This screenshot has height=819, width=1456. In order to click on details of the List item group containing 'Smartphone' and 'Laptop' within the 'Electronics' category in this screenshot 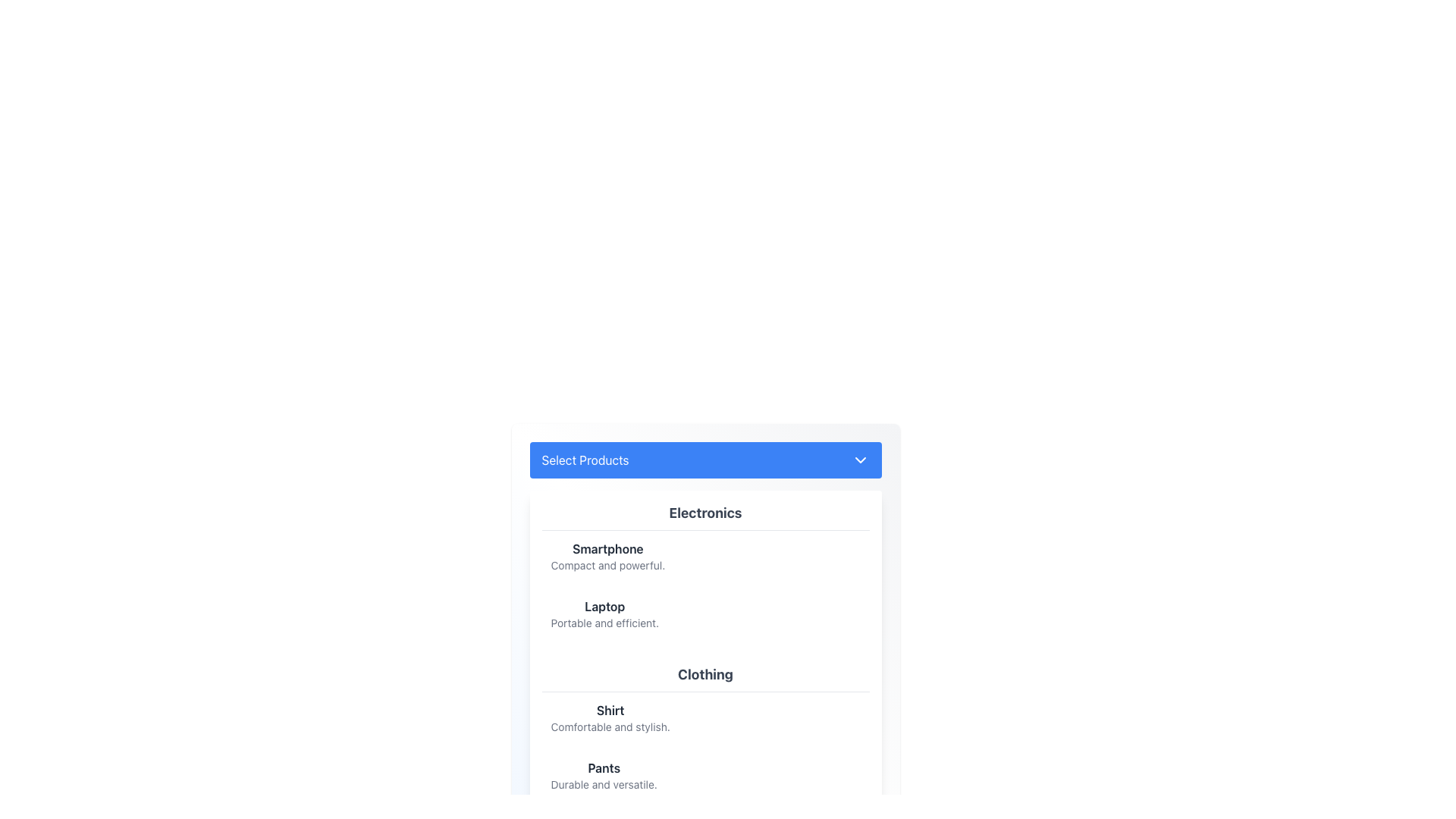, I will do `click(704, 584)`.